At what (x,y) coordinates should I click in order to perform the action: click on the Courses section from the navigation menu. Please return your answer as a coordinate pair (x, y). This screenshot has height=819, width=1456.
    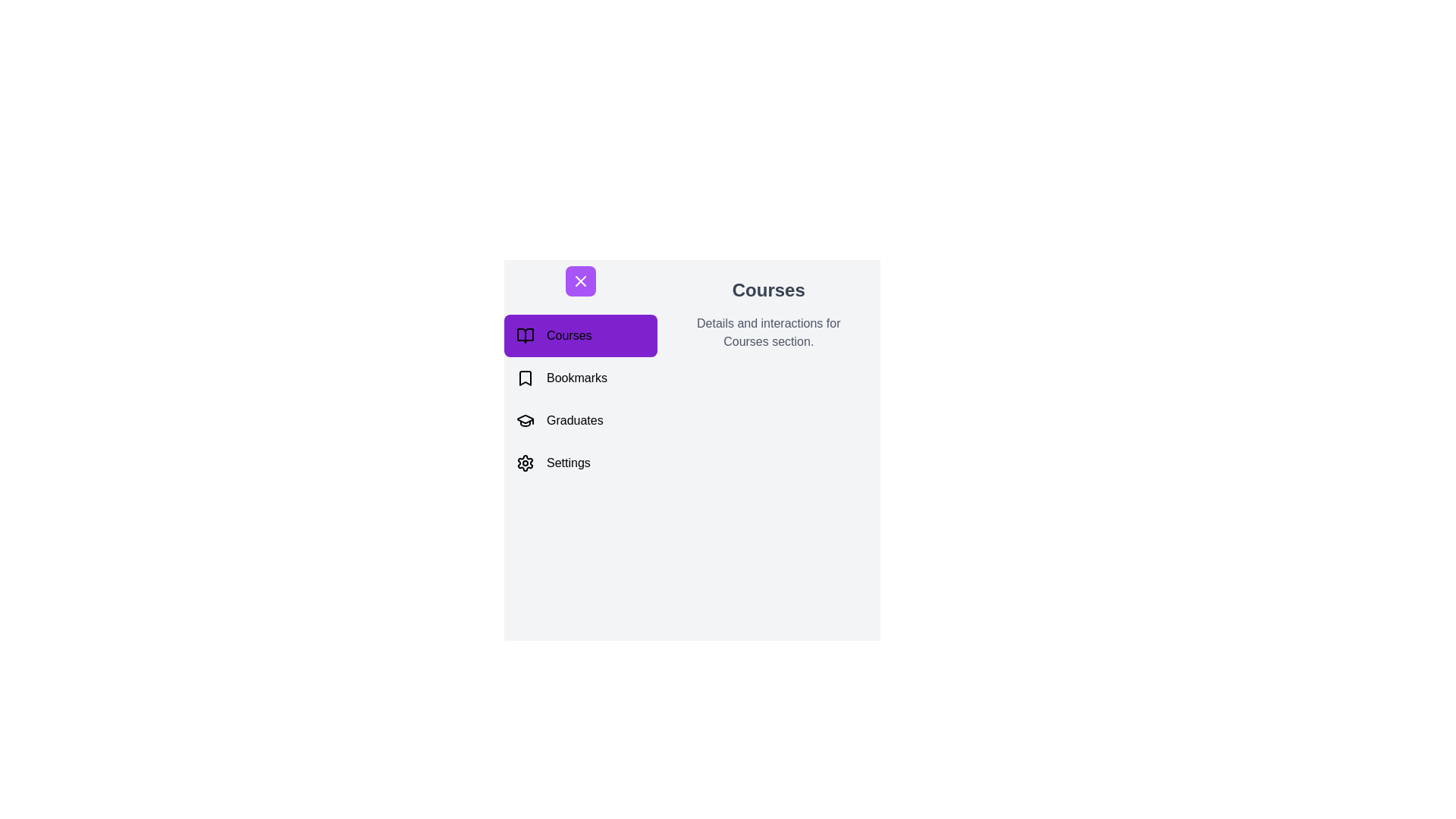
    Looking at the image, I should click on (579, 335).